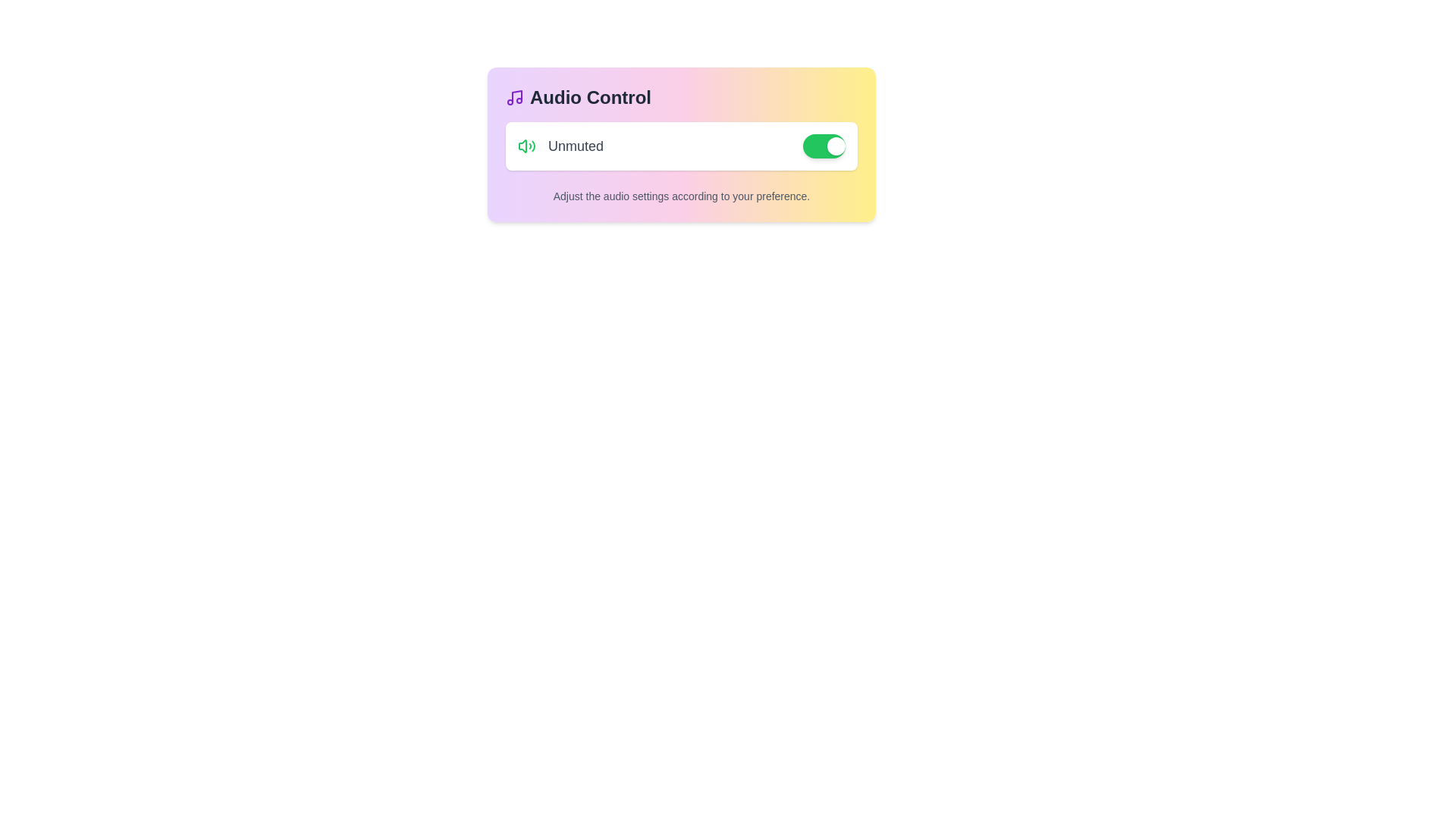 The width and height of the screenshot is (1456, 819). I want to click on the rightmost wave-like shape of the speaker representation indicating high sound levels, located near the 'Unmuted' label in the interface, so click(533, 146).